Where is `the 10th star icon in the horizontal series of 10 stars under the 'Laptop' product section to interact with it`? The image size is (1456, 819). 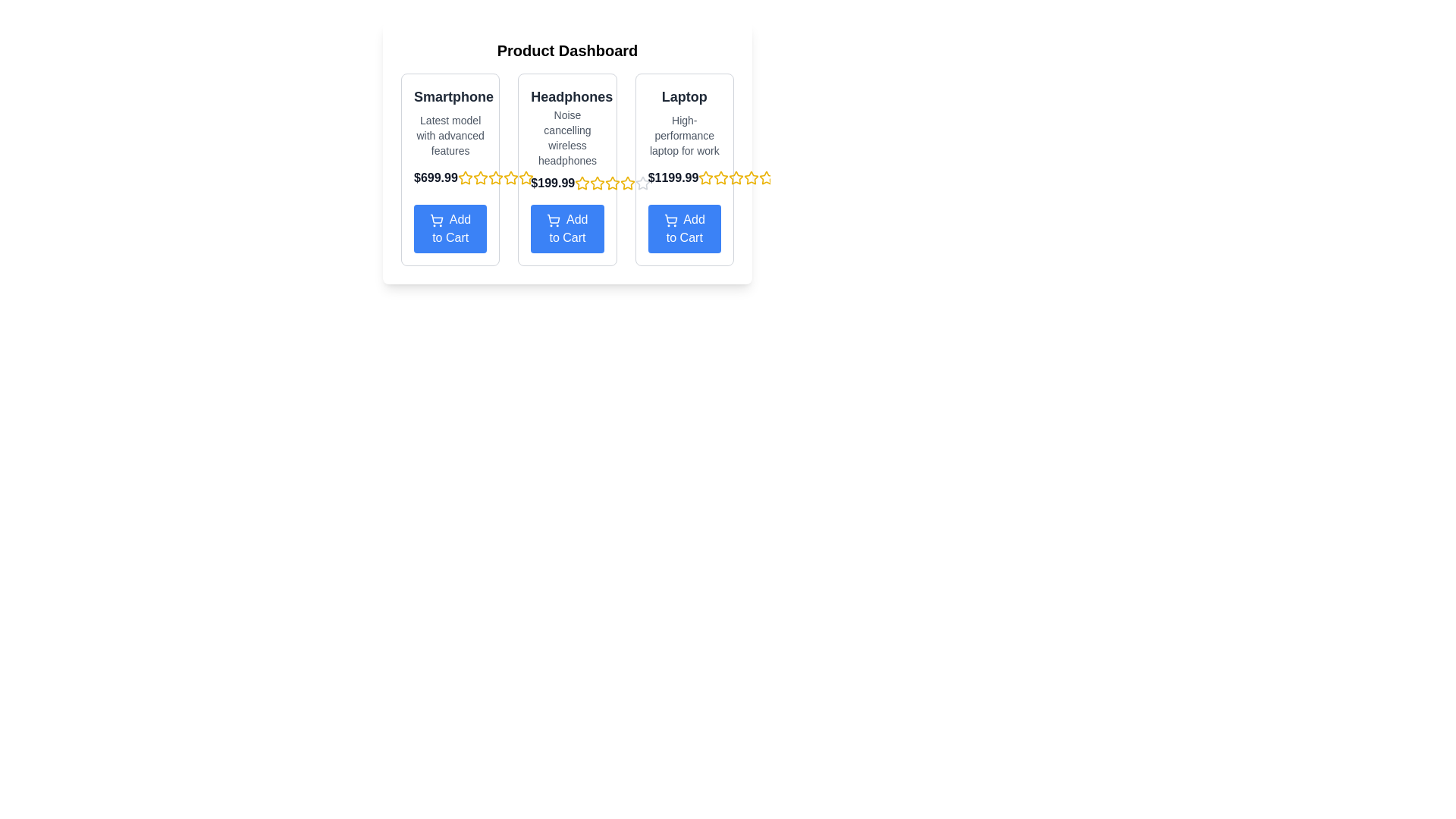 the 10th star icon in the horizontal series of 10 stars under the 'Laptop' product section to interact with it is located at coordinates (767, 177).